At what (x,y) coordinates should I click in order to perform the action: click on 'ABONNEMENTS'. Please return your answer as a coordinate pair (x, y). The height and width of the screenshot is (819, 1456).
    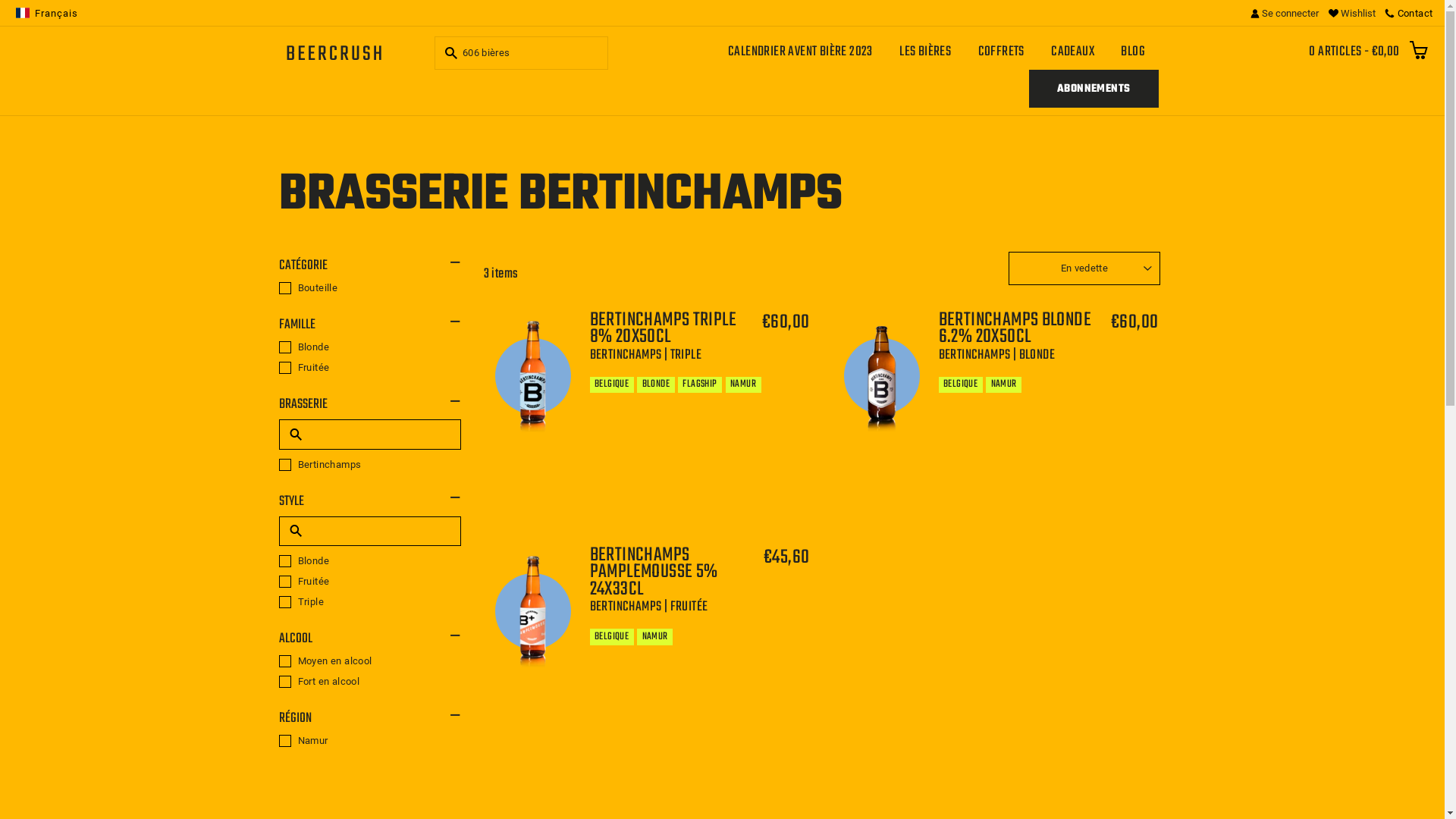
    Looking at the image, I should click on (1093, 88).